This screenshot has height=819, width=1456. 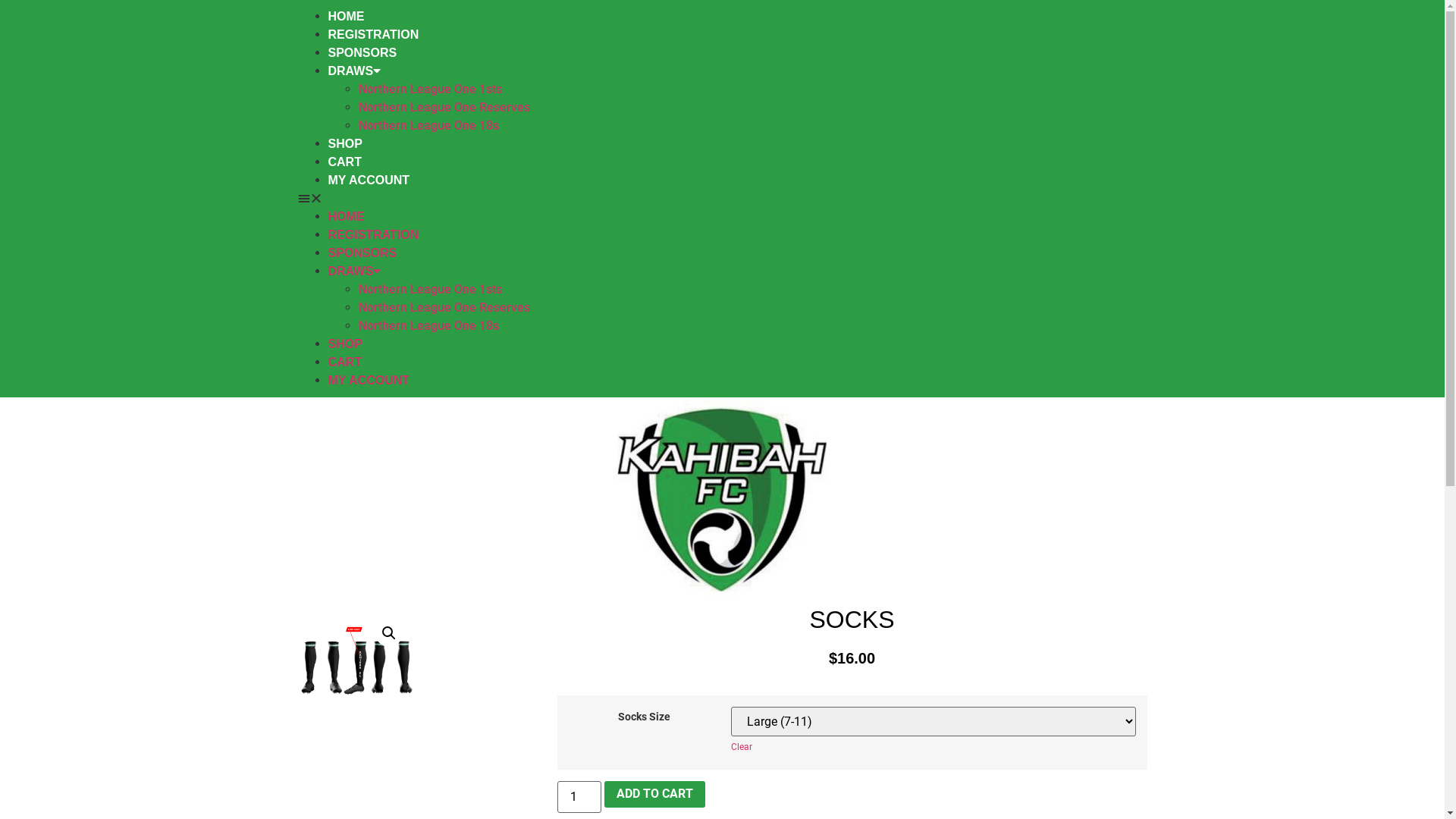 I want to click on 'socks', so click(x=355, y=665).